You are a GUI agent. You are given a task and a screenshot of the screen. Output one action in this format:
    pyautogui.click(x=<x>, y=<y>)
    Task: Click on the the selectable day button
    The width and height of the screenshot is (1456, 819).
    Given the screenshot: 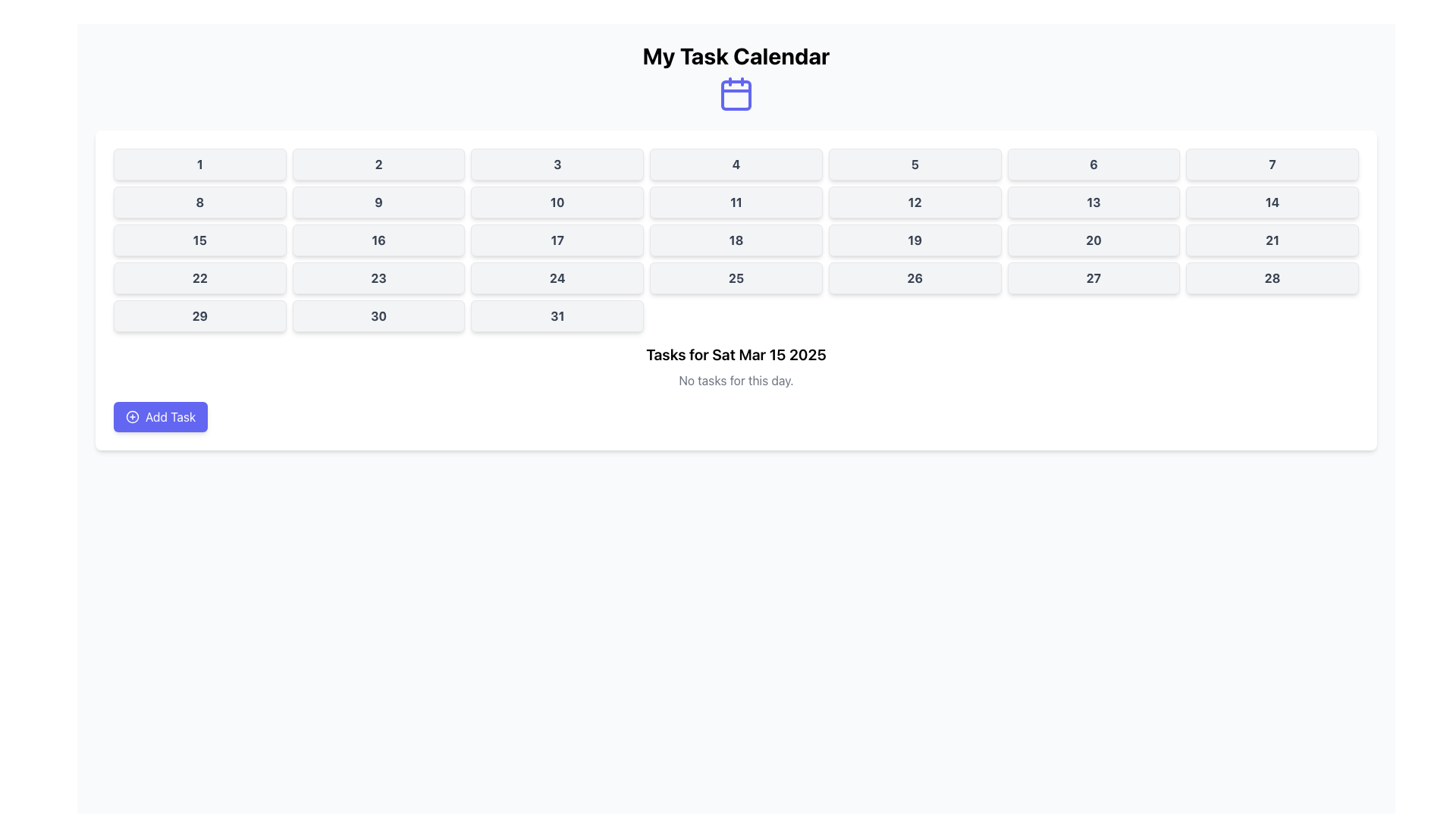 What is the action you would take?
    pyautogui.click(x=1272, y=201)
    